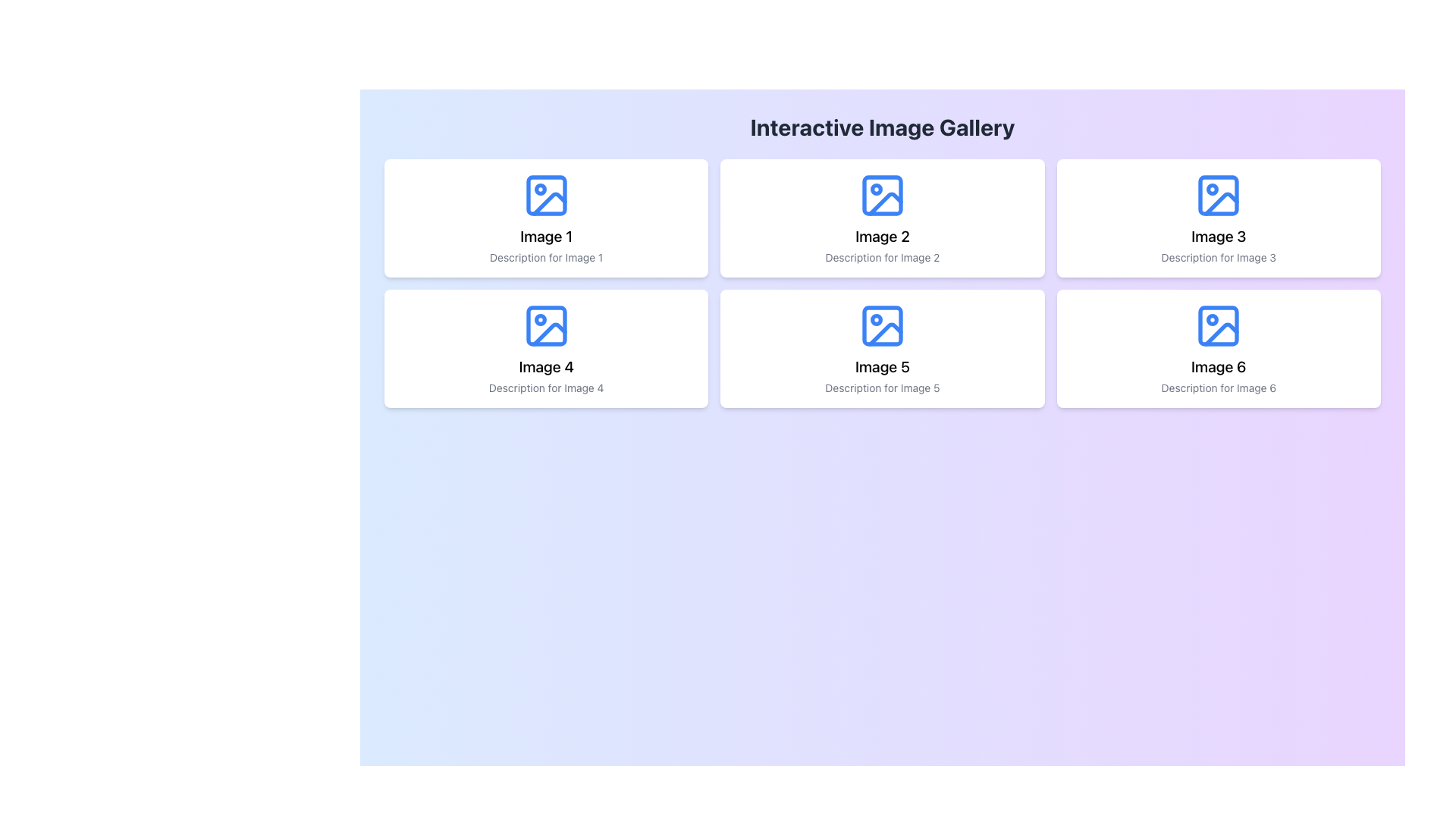 The image size is (1456, 819). What do you see at coordinates (1219, 348) in the screenshot?
I see `the interactive display card for 'Image 6', located at the bottom-right corner of the grid layout` at bounding box center [1219, 348].